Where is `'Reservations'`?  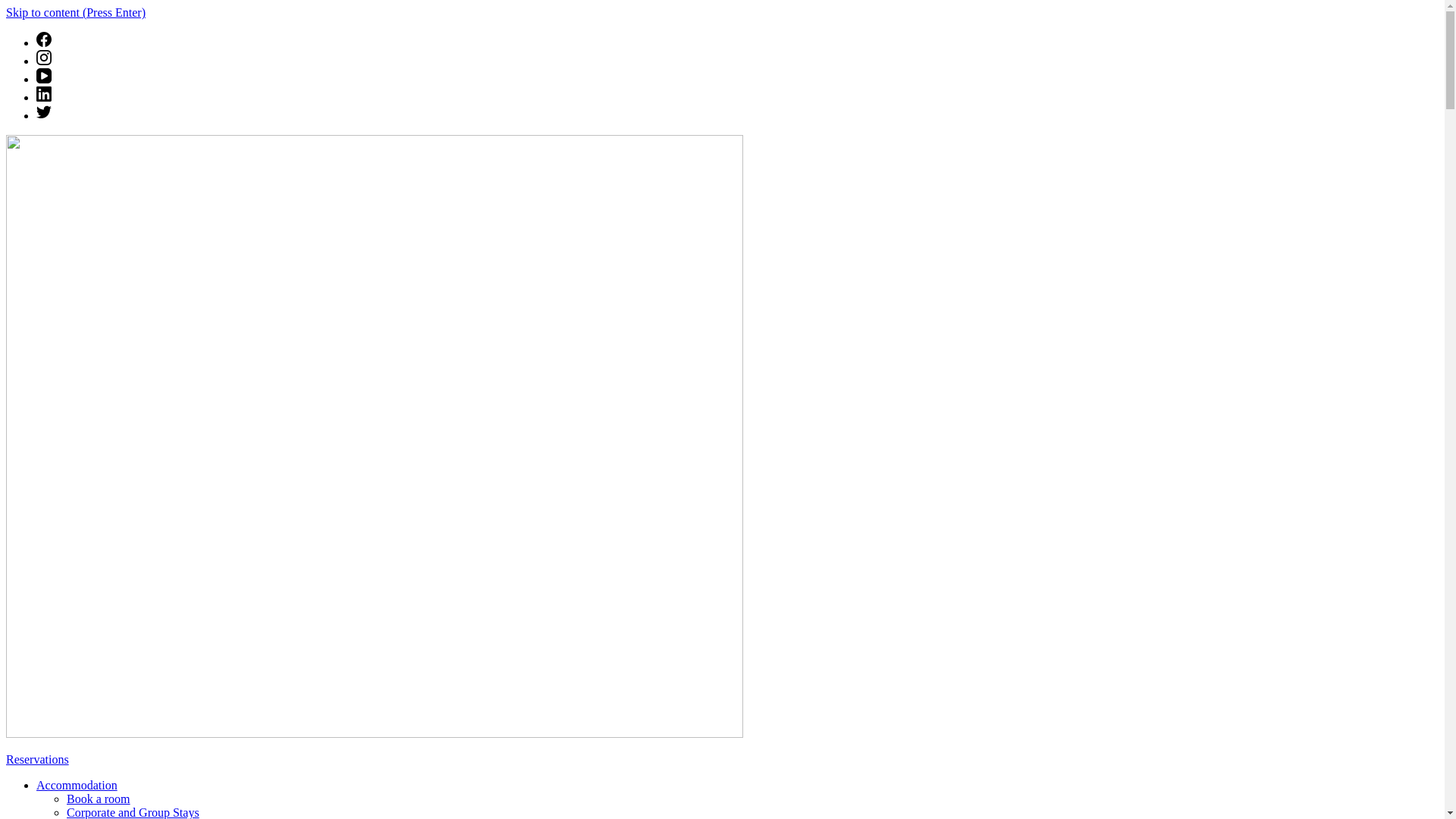
'Reservations' is located at coordinates (37, 759).